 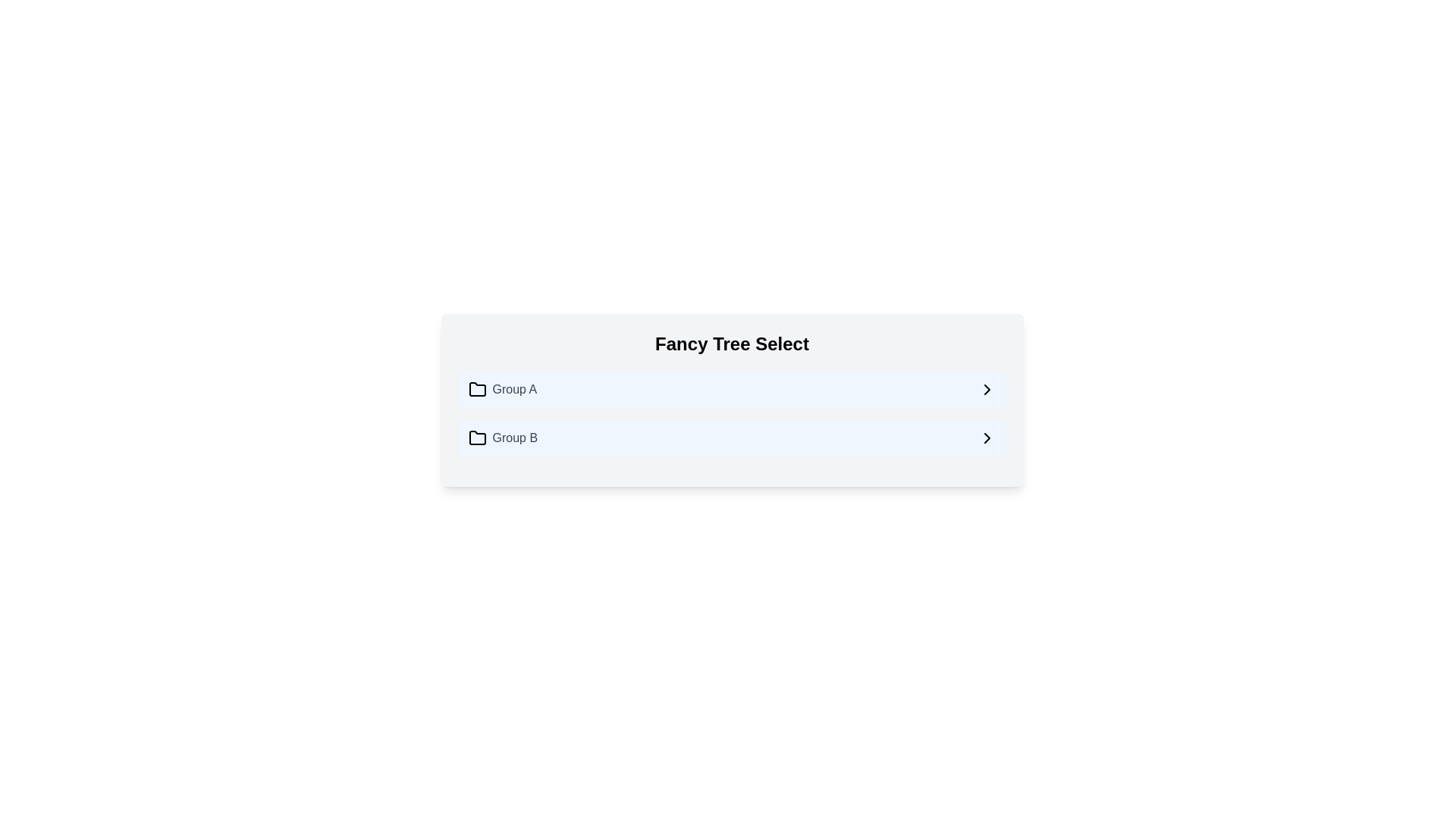 What do you see at coordinates (502, 388) in the screenshot?
I see `the first selectable folder item labeled 'Group A' in the list` at bounding box center [502, 388].